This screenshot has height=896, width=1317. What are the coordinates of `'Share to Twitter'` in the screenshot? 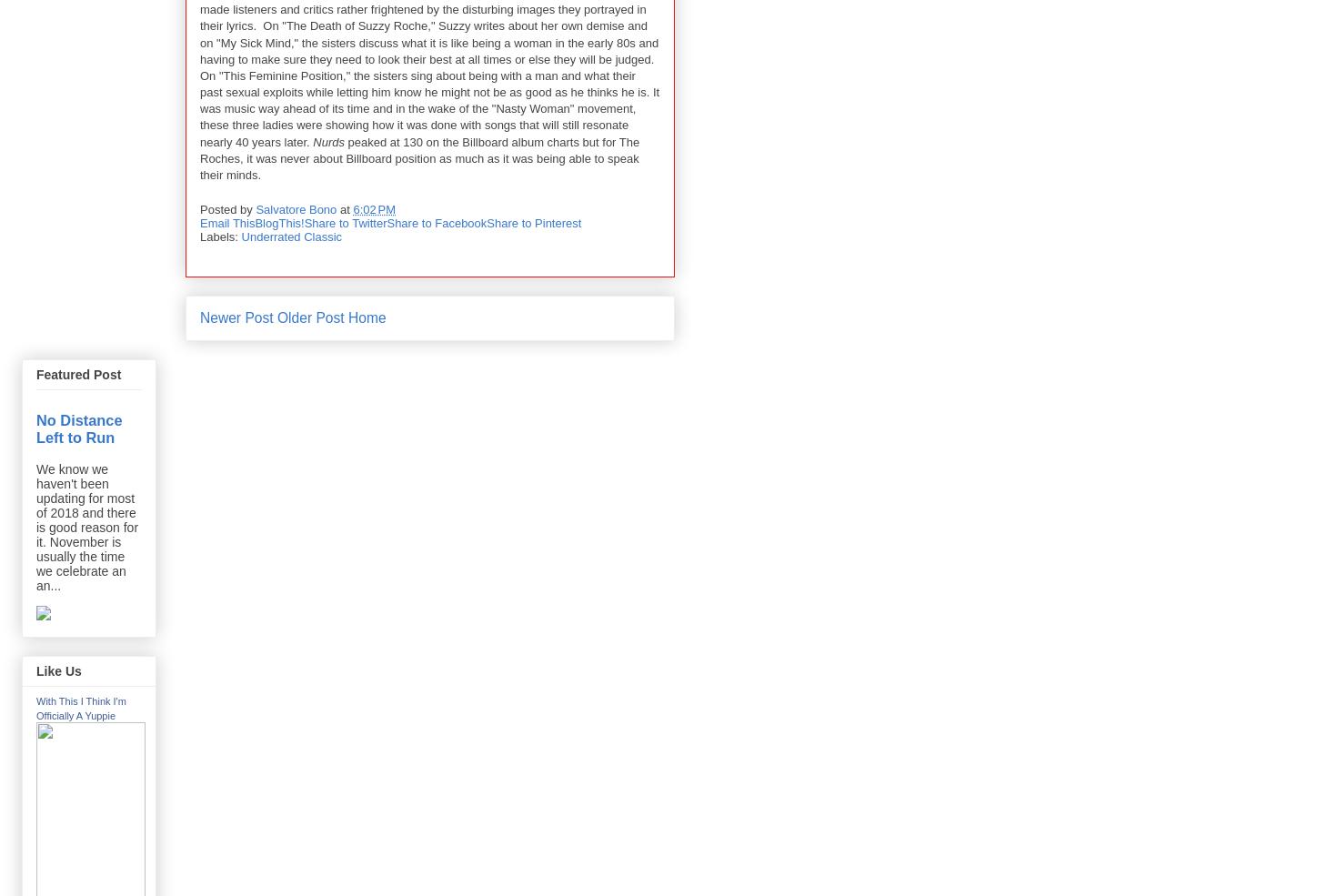 It's located at (345, 221).